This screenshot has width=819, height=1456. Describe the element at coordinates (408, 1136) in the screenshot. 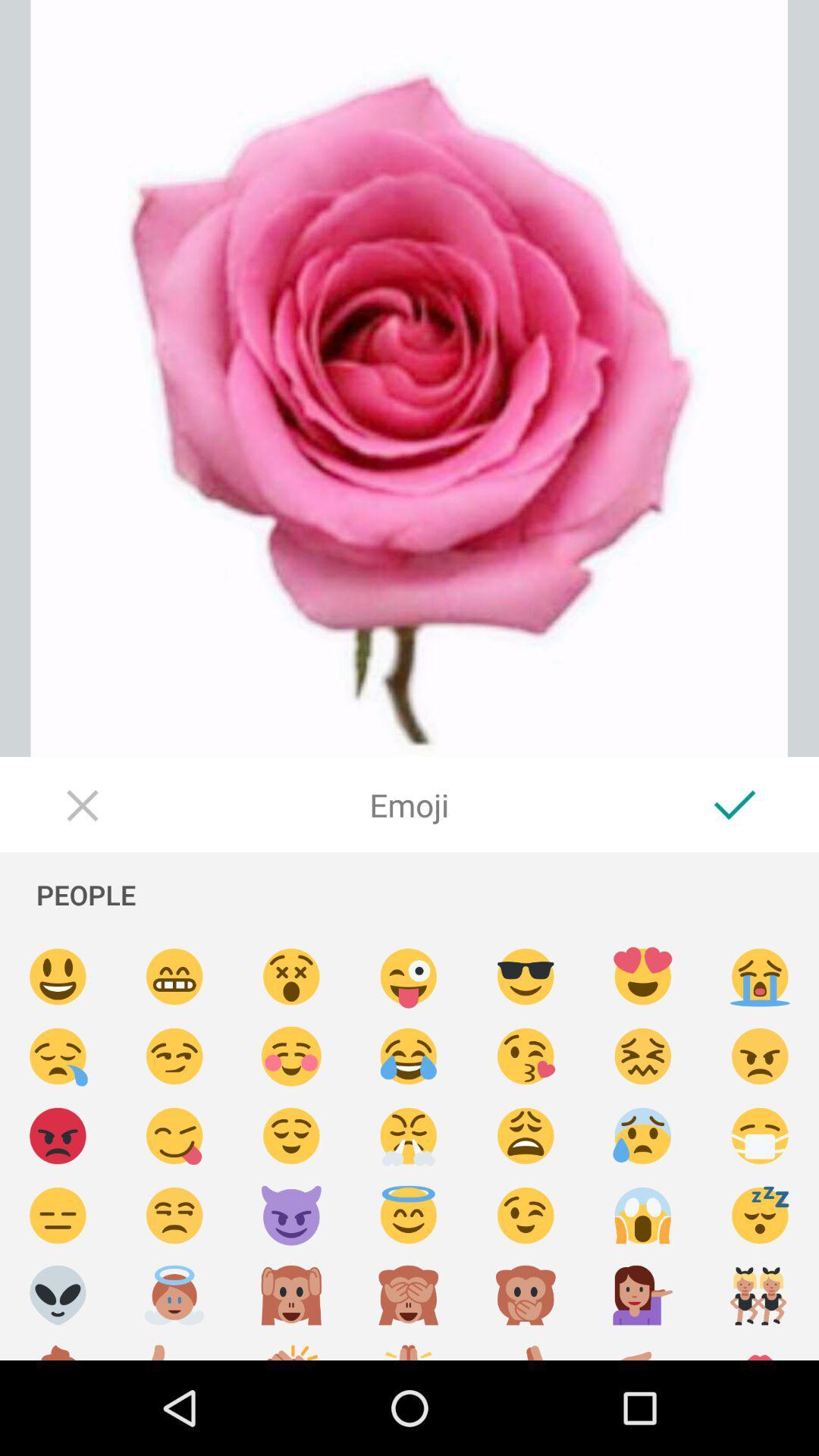

I see `selects an emoji` at that location.